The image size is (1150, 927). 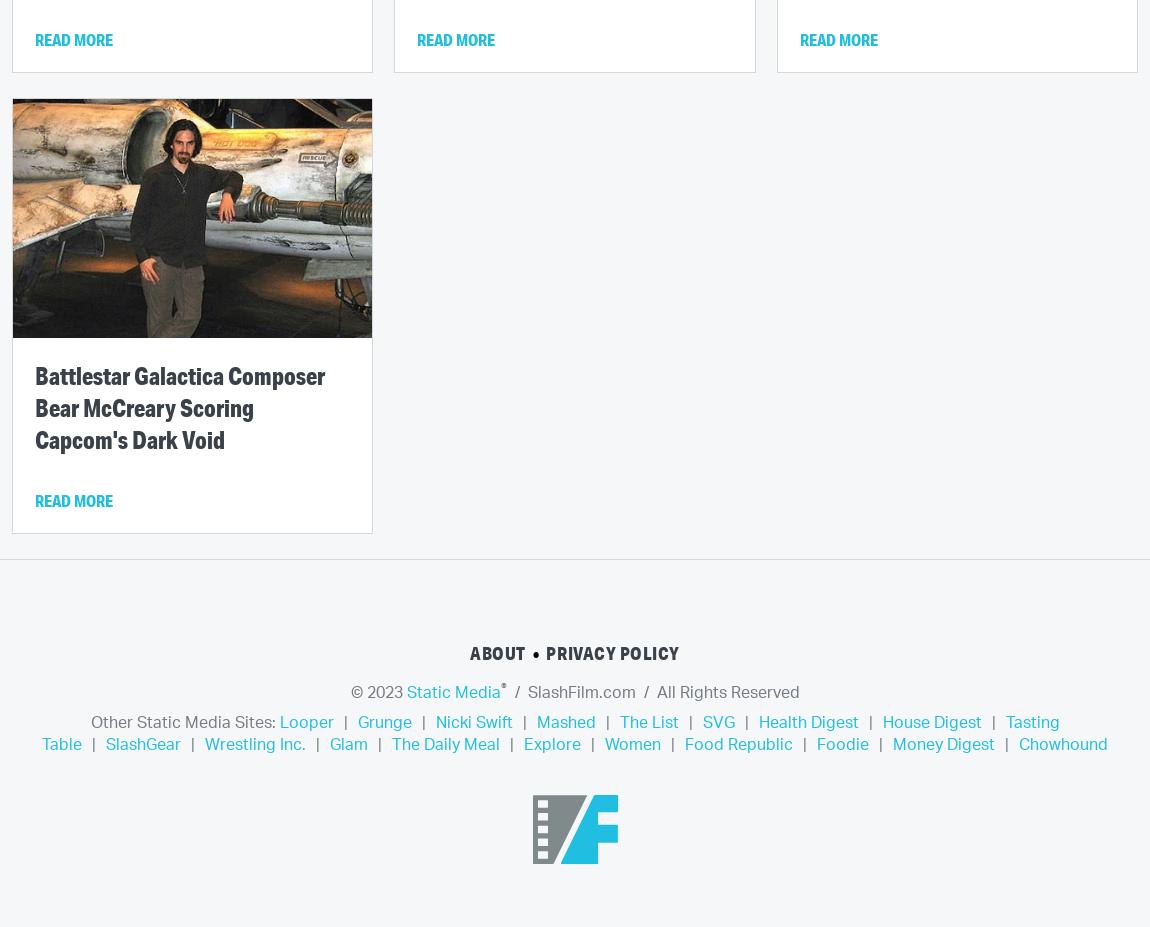 What do you see at coordinates (631, 744) in the screenshot?
I see `'Women'` at bounding box center [631, 744].